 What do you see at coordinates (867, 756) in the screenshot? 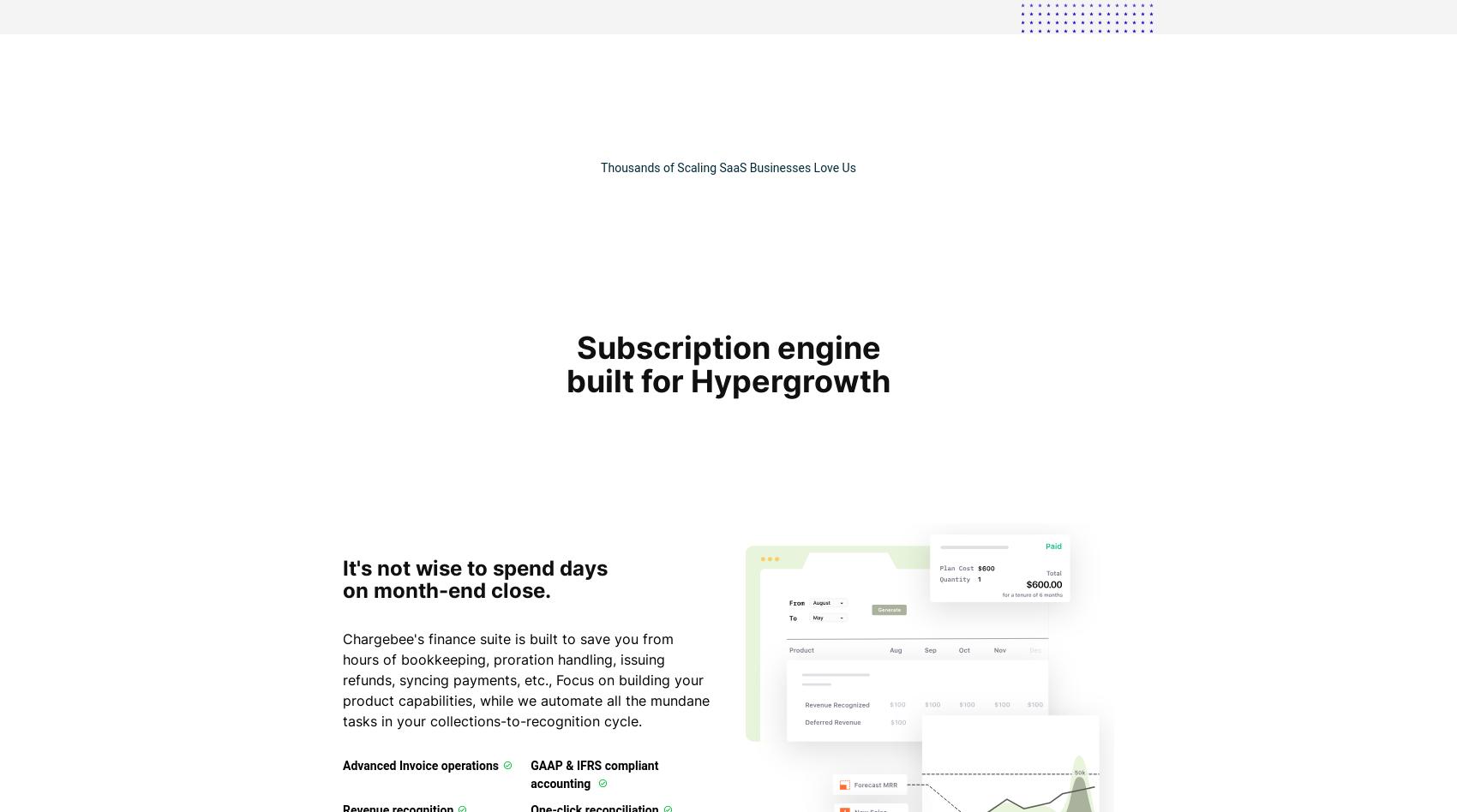
I see `'Chargebee scores 92% for the best results against the industry average of 81%. Our users believe that Chargebee is headed in the best possible direction!'` at bounding box center [867, 756].